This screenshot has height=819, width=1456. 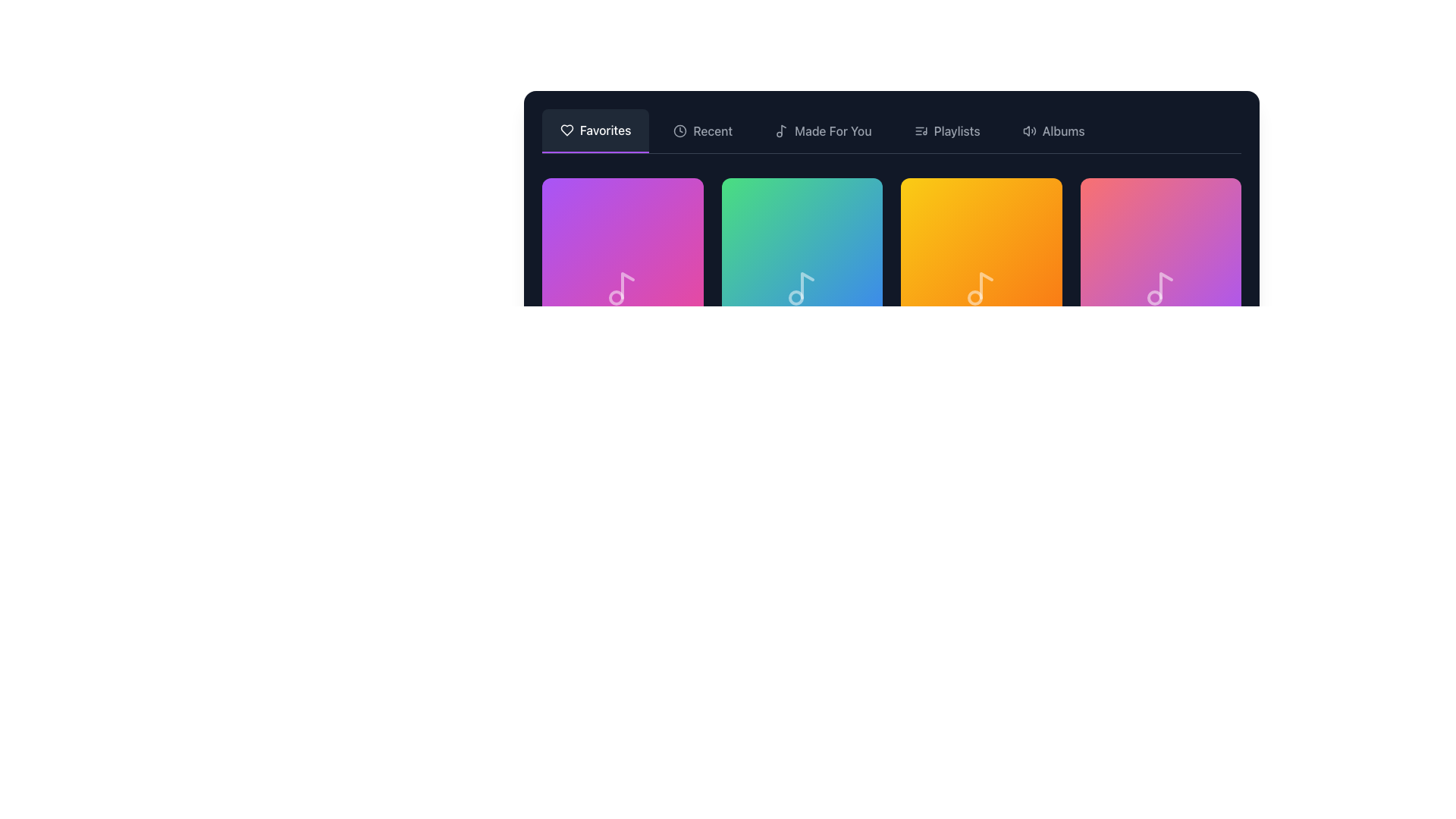 I want to click on the options trigger button located in the top-right corner of the card component, so click(x=678, y=201).